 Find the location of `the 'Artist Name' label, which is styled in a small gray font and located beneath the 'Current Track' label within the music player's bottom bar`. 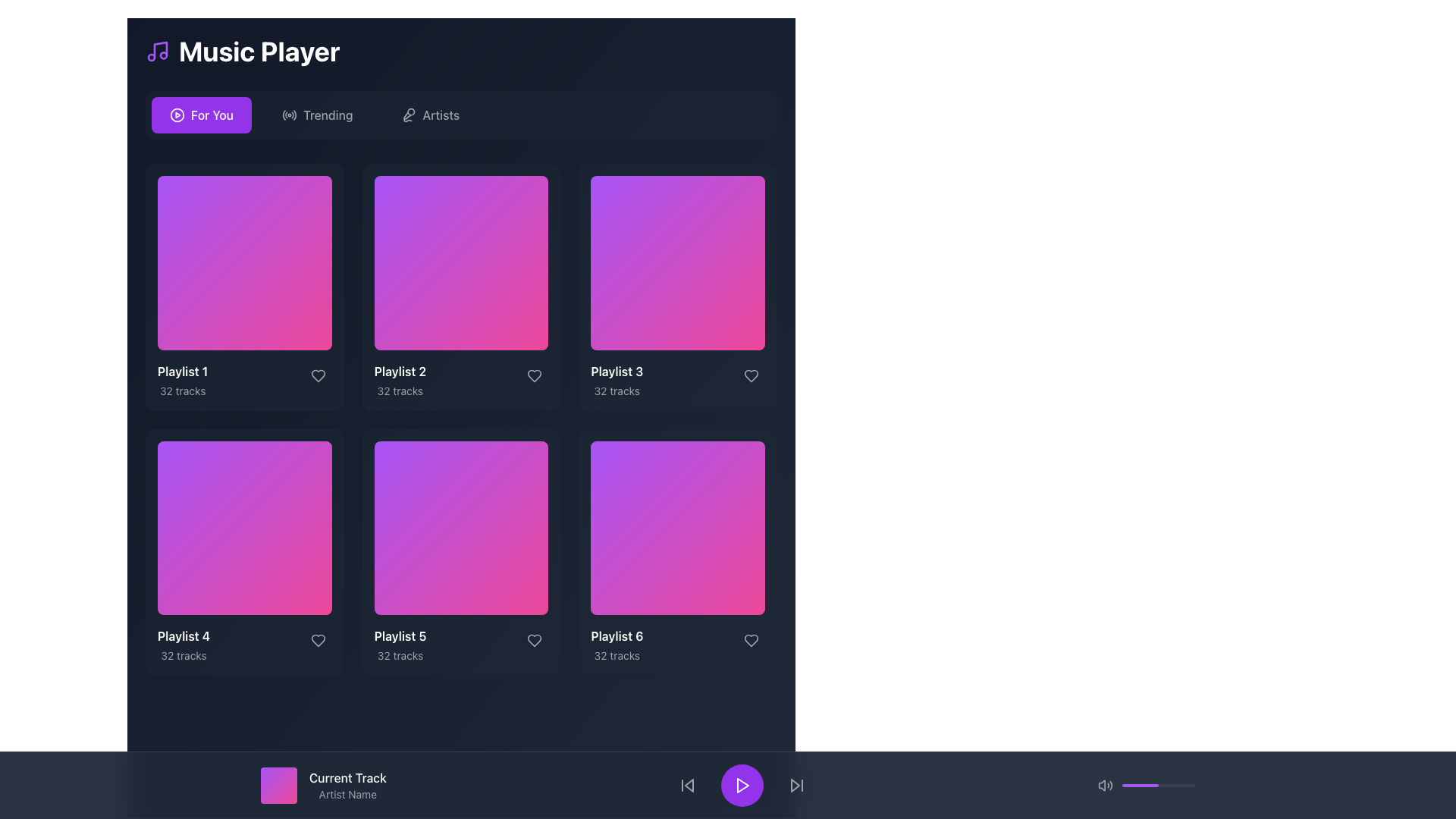

the 'Artist Name' label, which is styled in a small gray font and located beneath the 'Current Track' label within the music player's bottom bar is located at coordinates (347, 794).